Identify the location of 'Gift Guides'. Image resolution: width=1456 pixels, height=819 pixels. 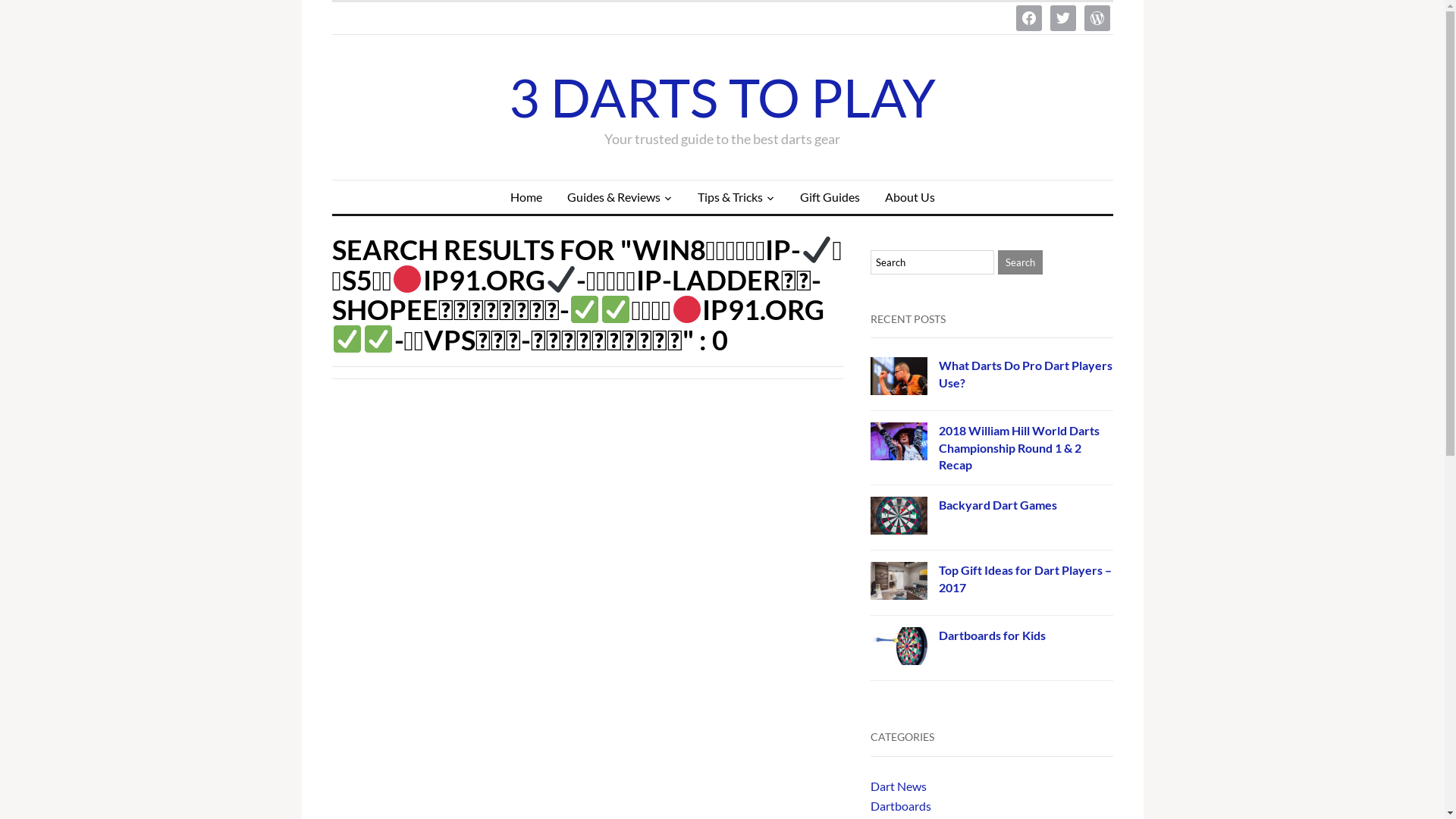
(829, 196).